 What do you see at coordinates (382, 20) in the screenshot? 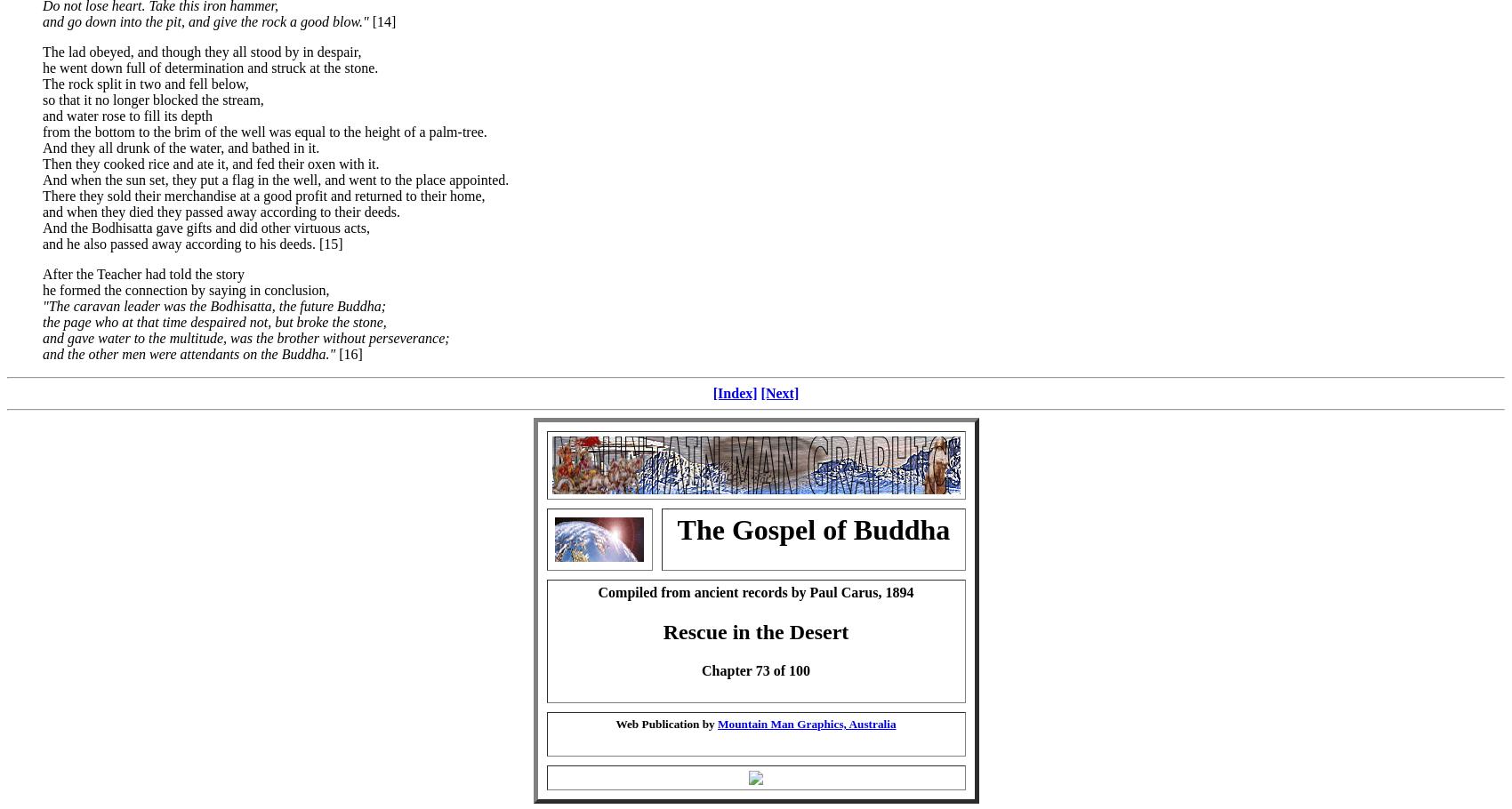
I see `'[14]'` at bounding box center [382, 20].